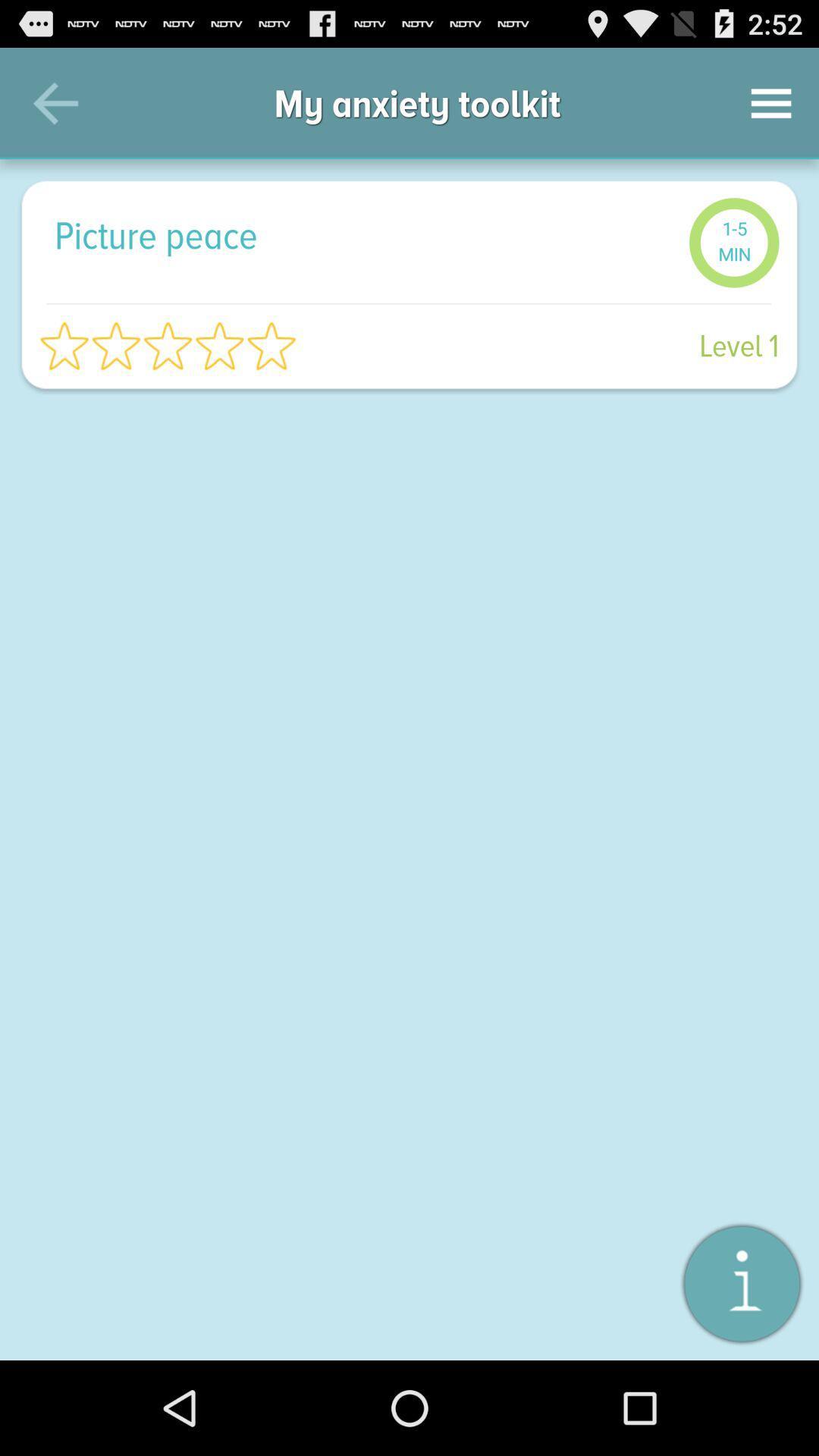 The width and height of the screenshot is (819, 1456). Describe the element at coordinates (363, 234) in the screenshot. I see `picture peace` at that location.